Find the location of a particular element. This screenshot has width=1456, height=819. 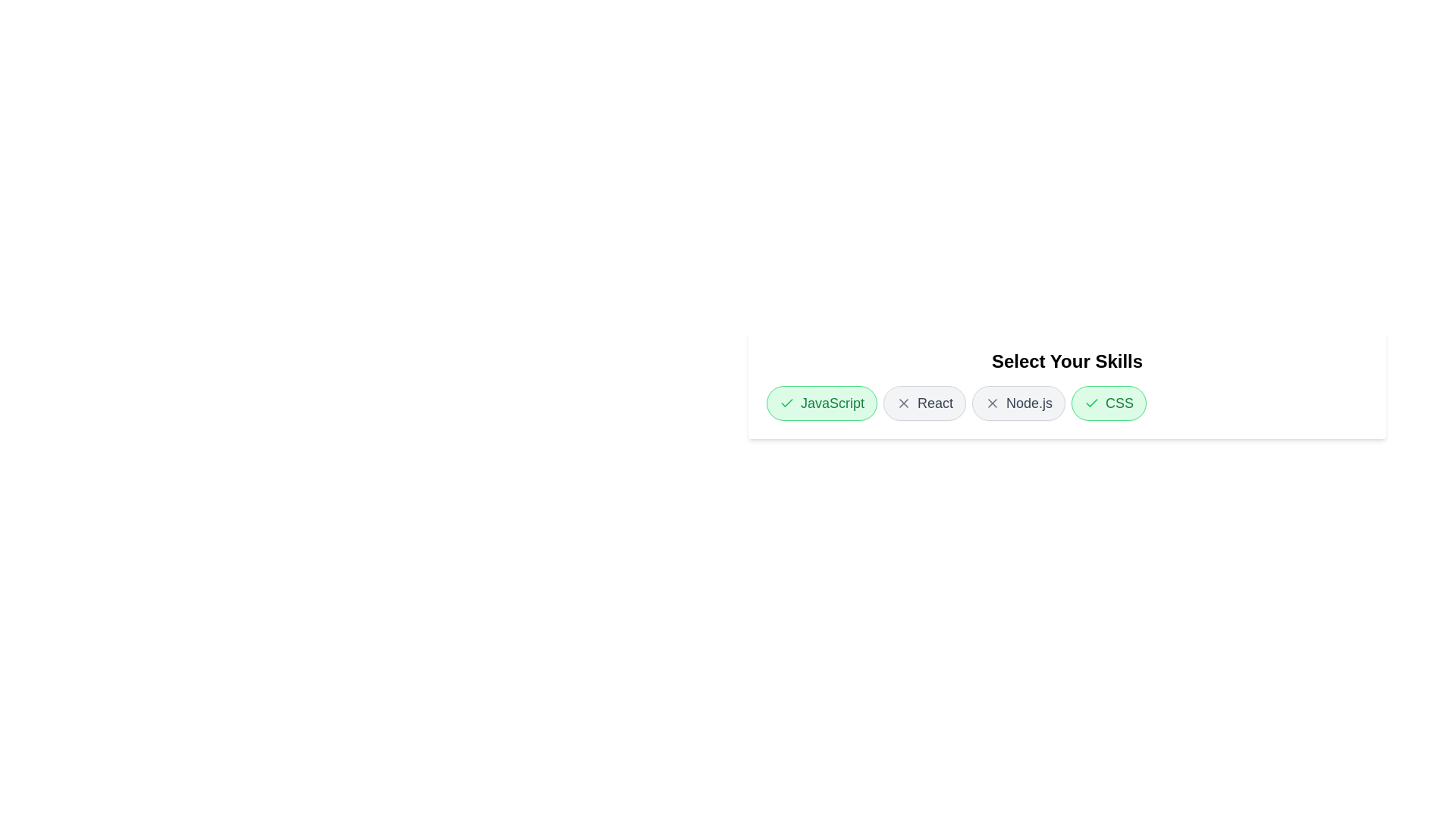

the skill chip labeled JavaScript is located at coordinates (821, 403).